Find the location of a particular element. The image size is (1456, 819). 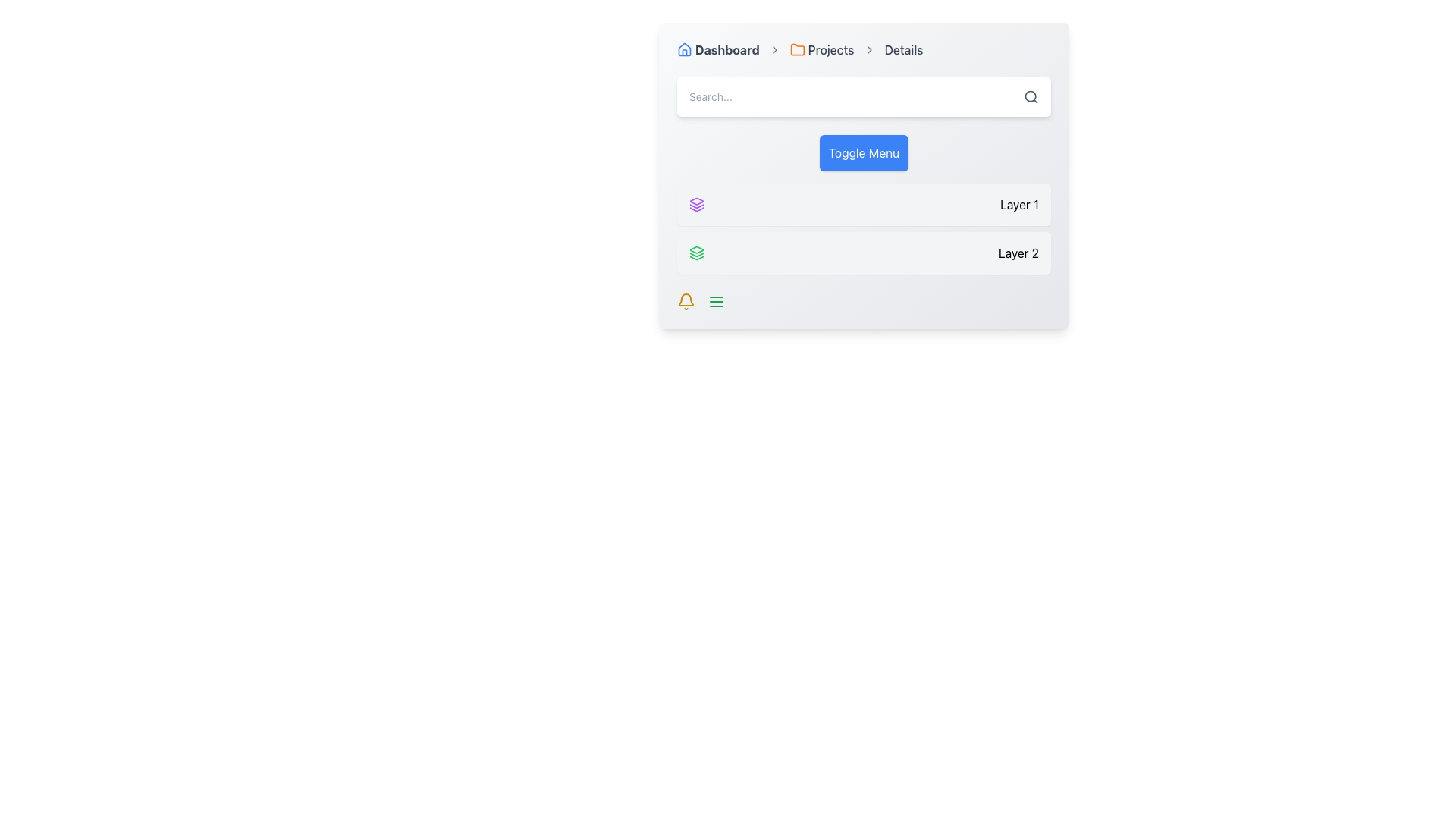

assistive tools is located at coordinates (796, 49).